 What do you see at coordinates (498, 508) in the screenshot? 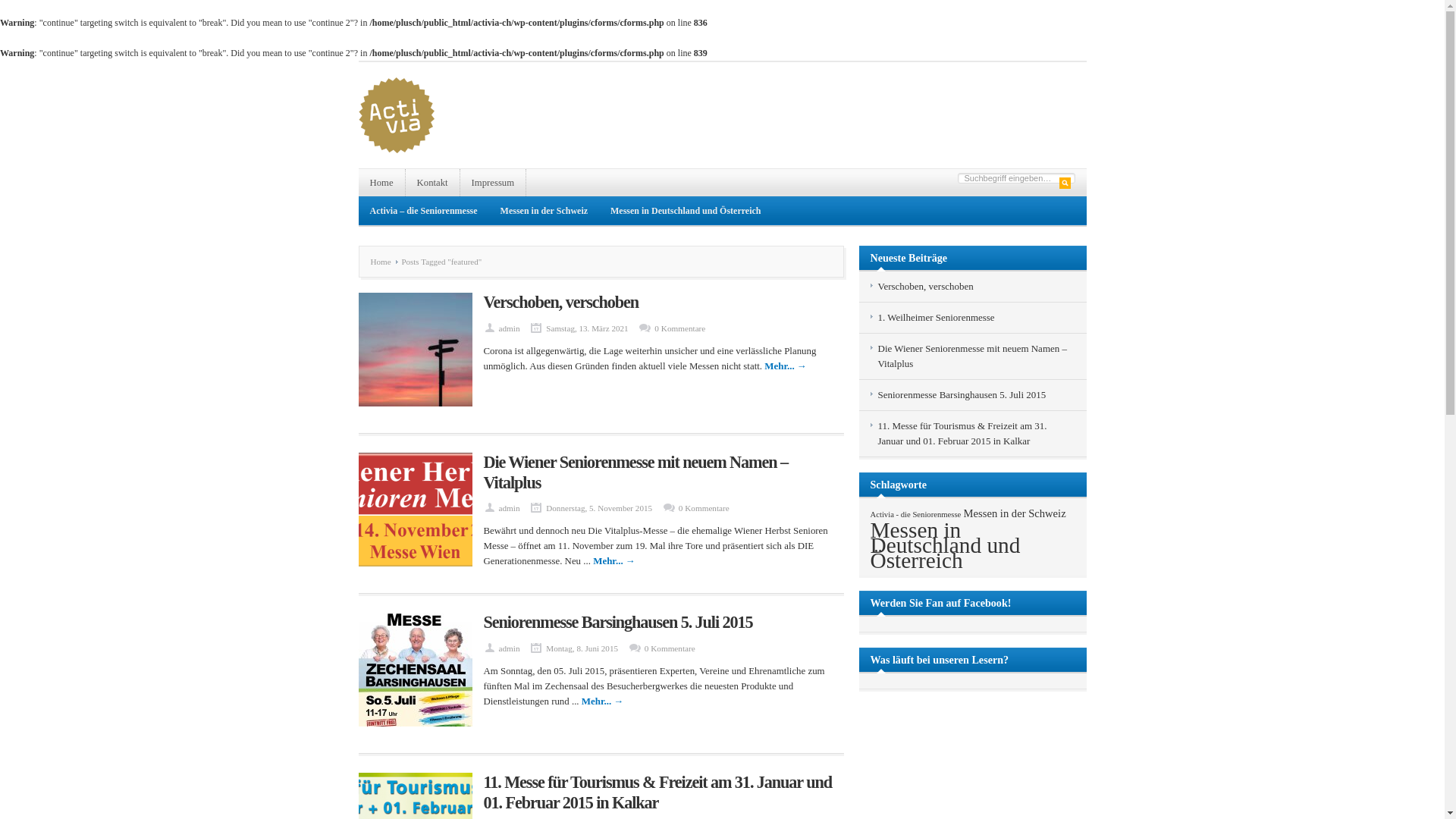
I see `'admin'` at bounding box center [498, 508].